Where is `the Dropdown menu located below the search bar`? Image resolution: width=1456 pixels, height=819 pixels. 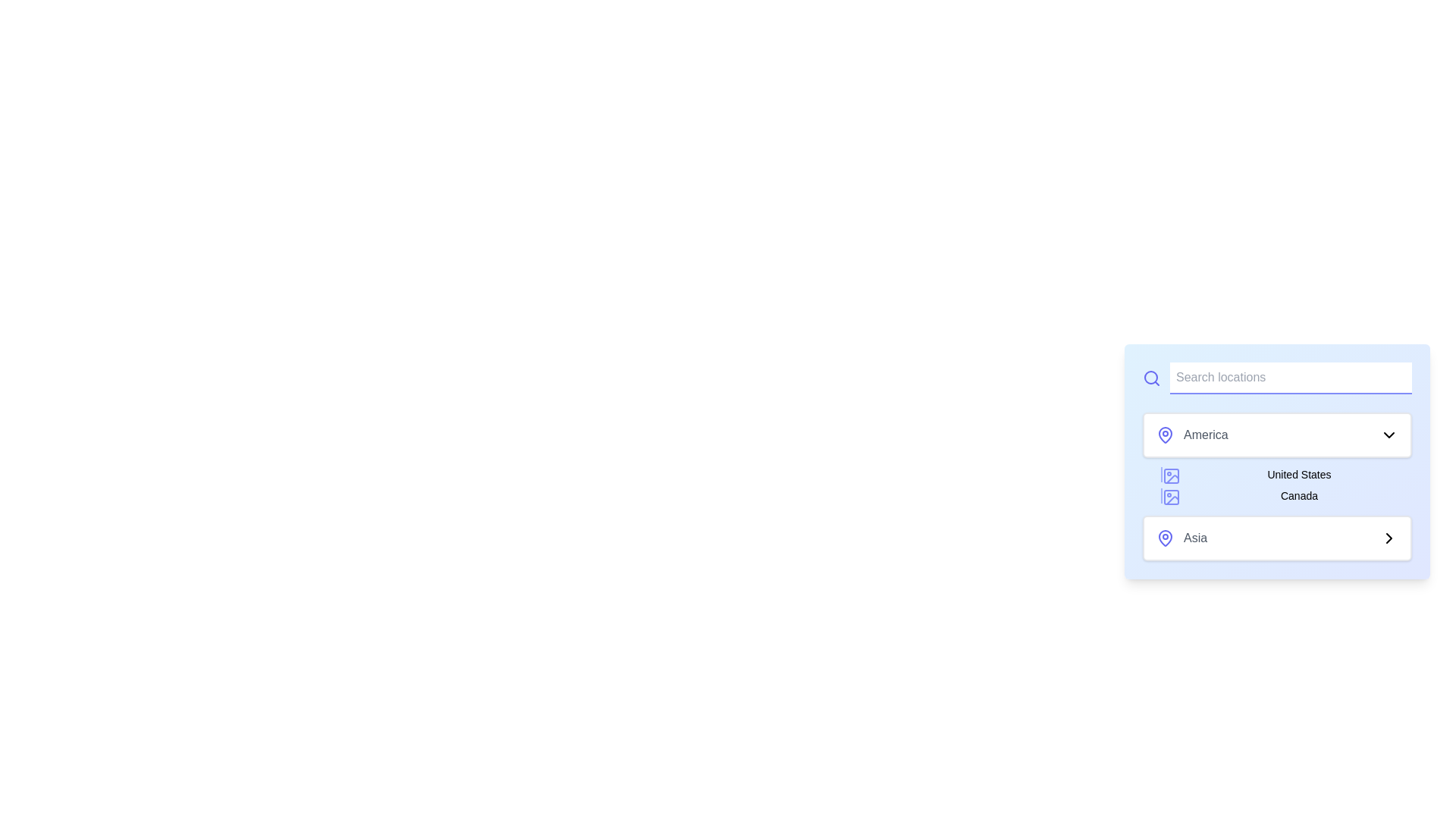
the Dropdown menu located below the search bar is located at coordinates (1276, 457).